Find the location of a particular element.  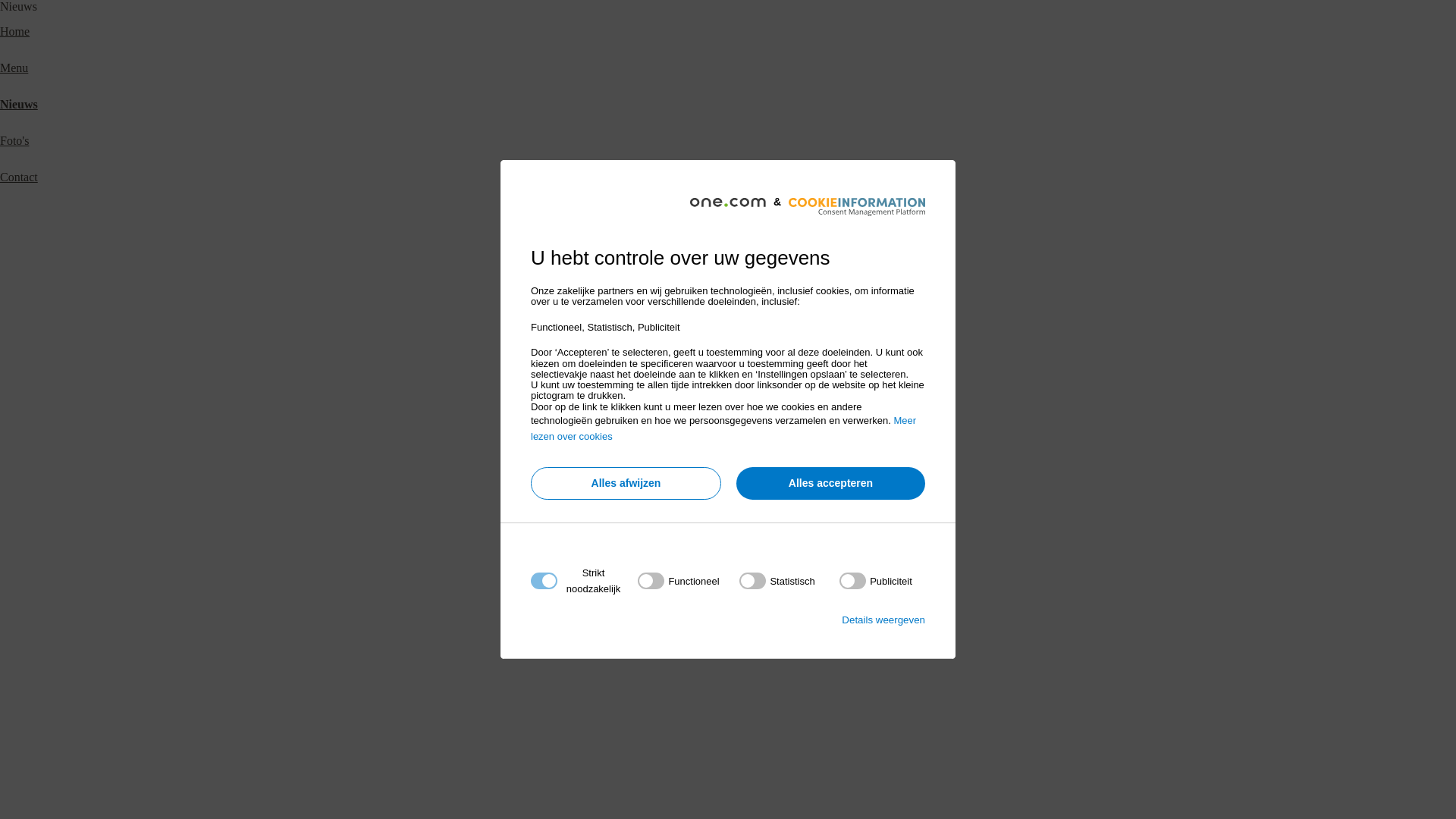

'on' is located at coordinates (677, 580).